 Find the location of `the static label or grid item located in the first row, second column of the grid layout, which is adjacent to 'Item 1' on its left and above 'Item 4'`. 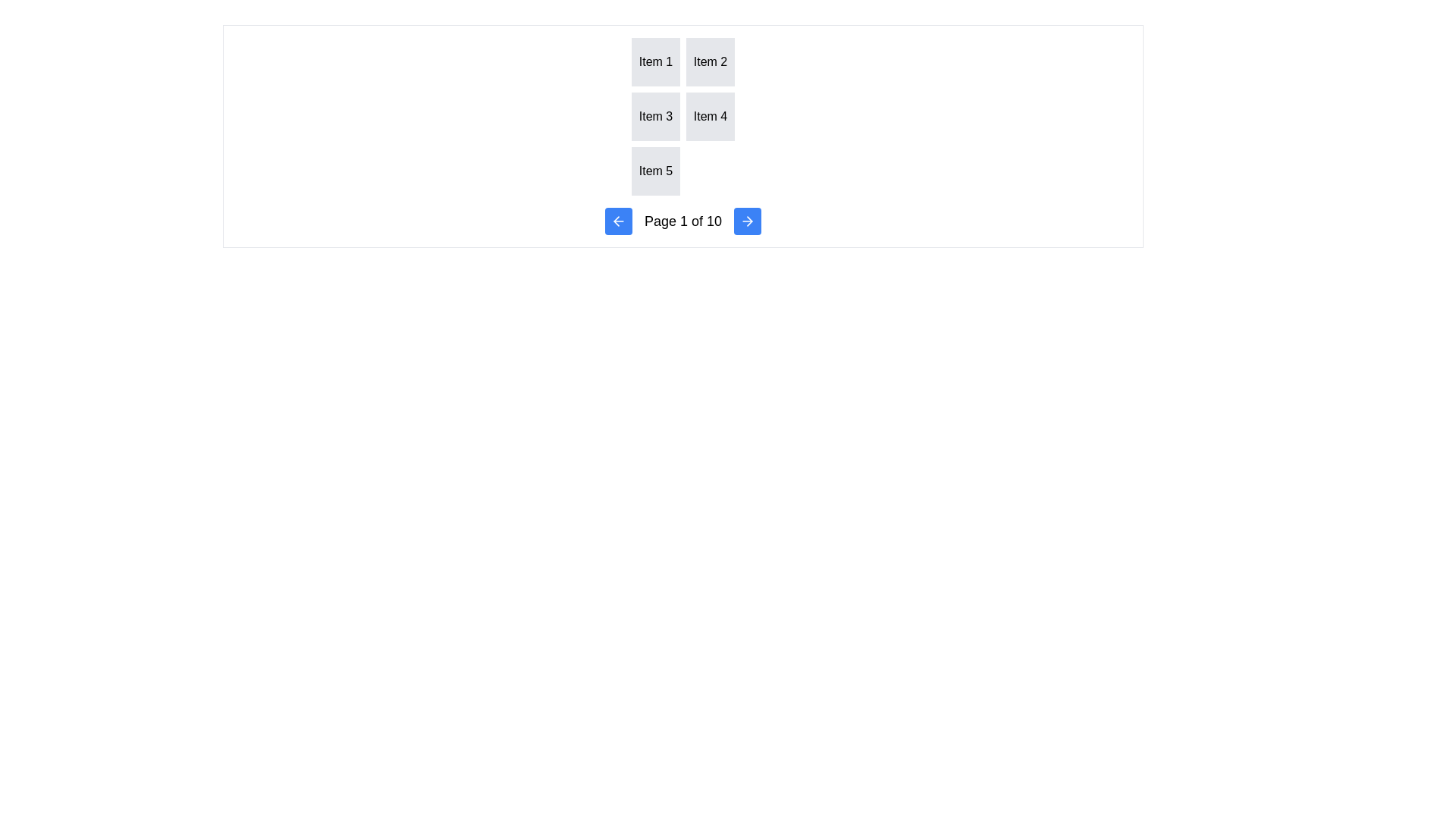

the static label or grid item located in the first row, second column of the grid layout, which is adjacent to 'Item 1' on its left and above 'Item 4' is located at coordinates (709, 61).